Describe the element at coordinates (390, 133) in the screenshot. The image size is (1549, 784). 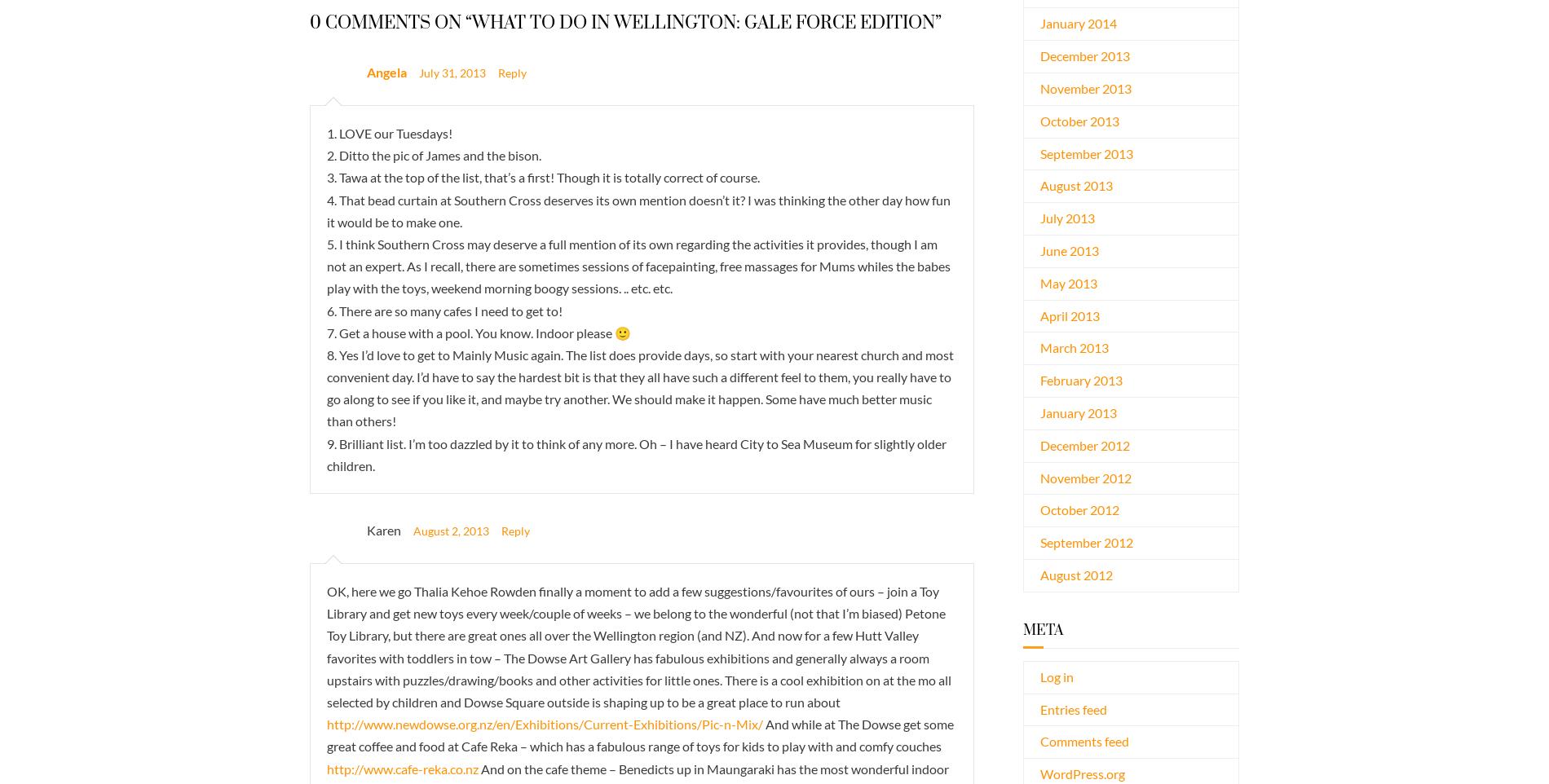
I see `'1. LOVE our Tuesdays!'` at that location.